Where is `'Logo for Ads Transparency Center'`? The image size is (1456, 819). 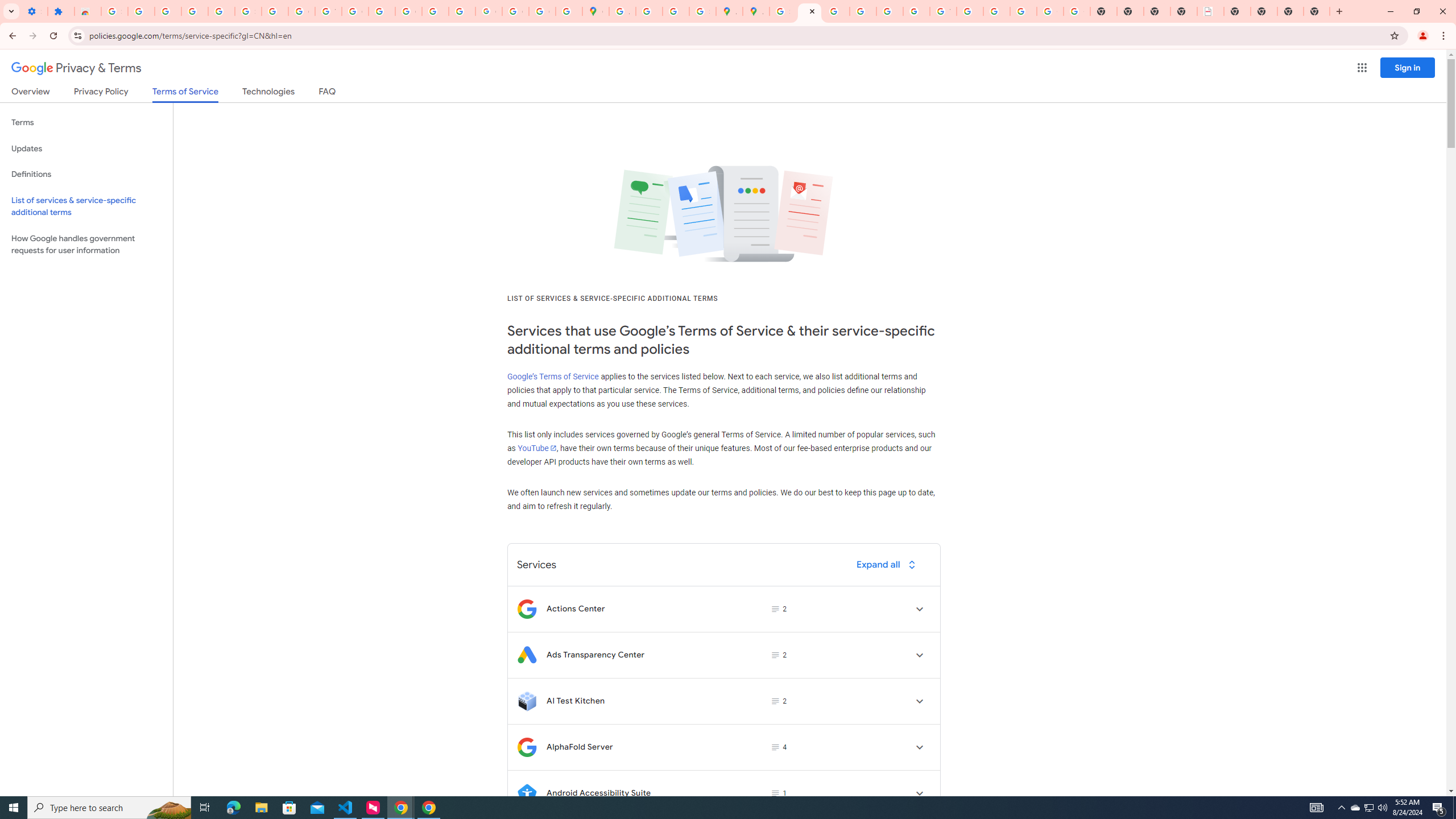
'Logo for Ads Transparency Center' is located at coordinates (526, 654).